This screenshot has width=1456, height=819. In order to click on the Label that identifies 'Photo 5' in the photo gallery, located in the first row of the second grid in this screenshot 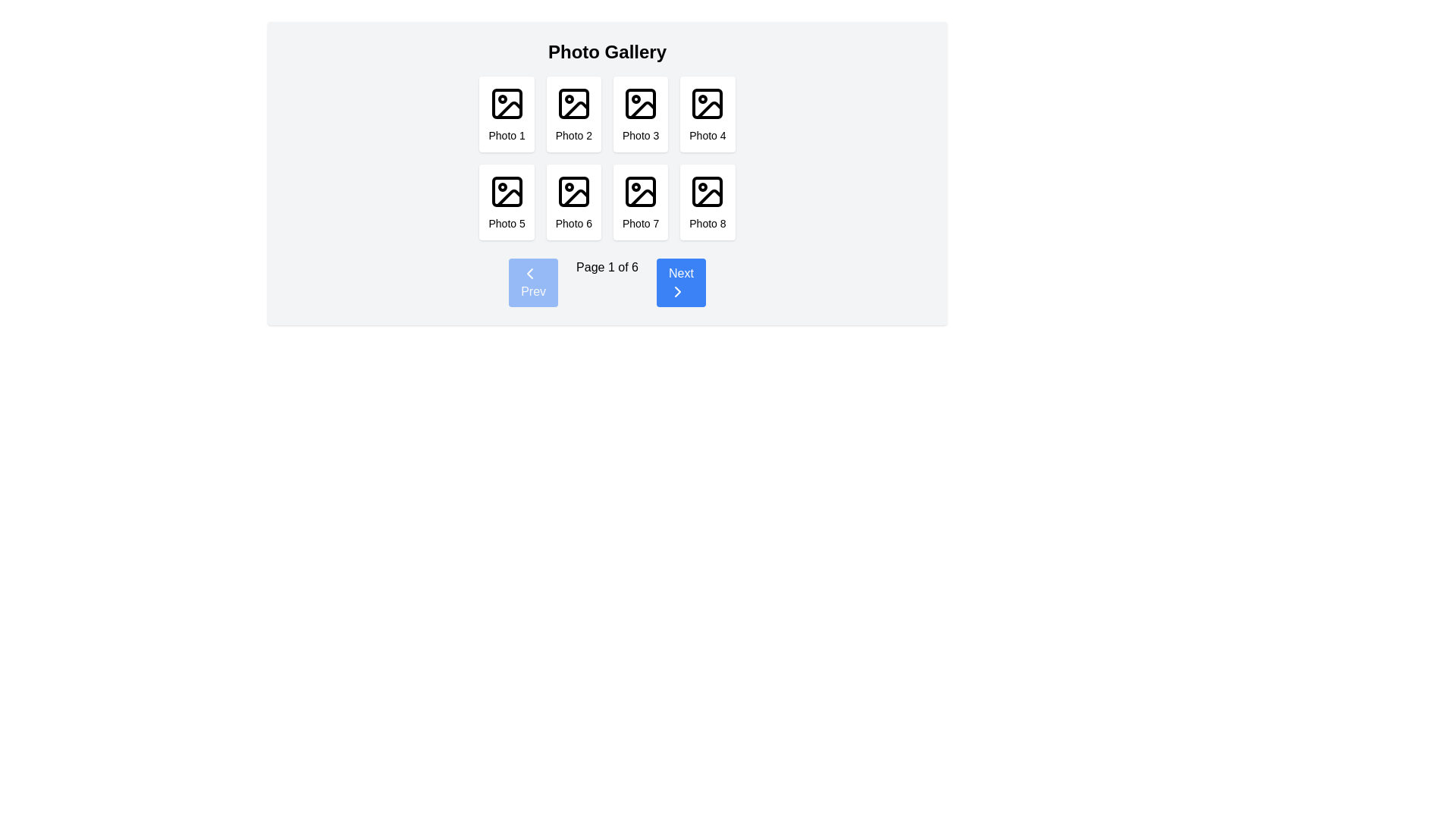, I will do `click(507, 223)`.